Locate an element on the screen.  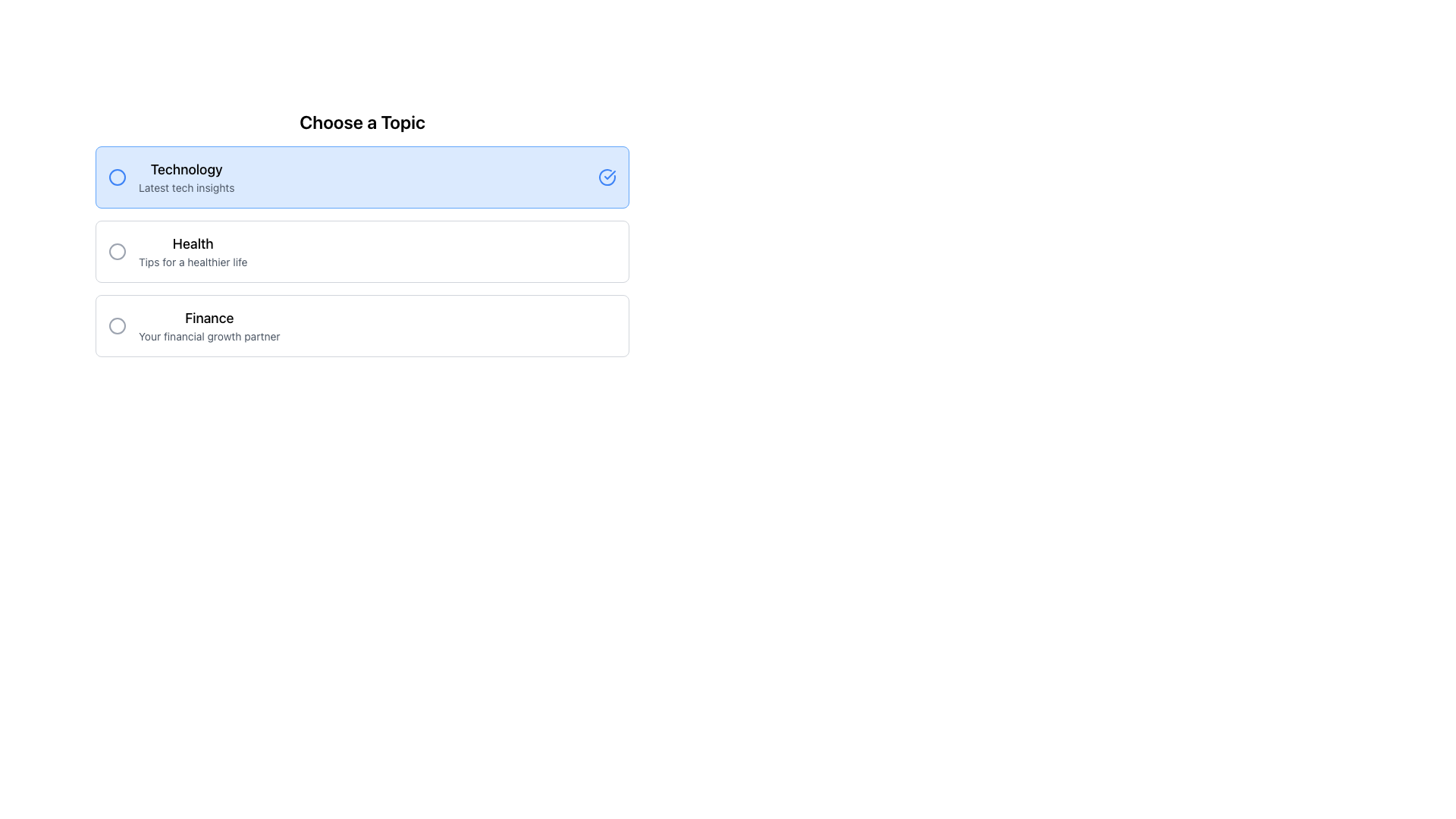
the inner circle of the graphical indication element located in the center-right part of the 'Health' option row is located at coordinates (116, 250).